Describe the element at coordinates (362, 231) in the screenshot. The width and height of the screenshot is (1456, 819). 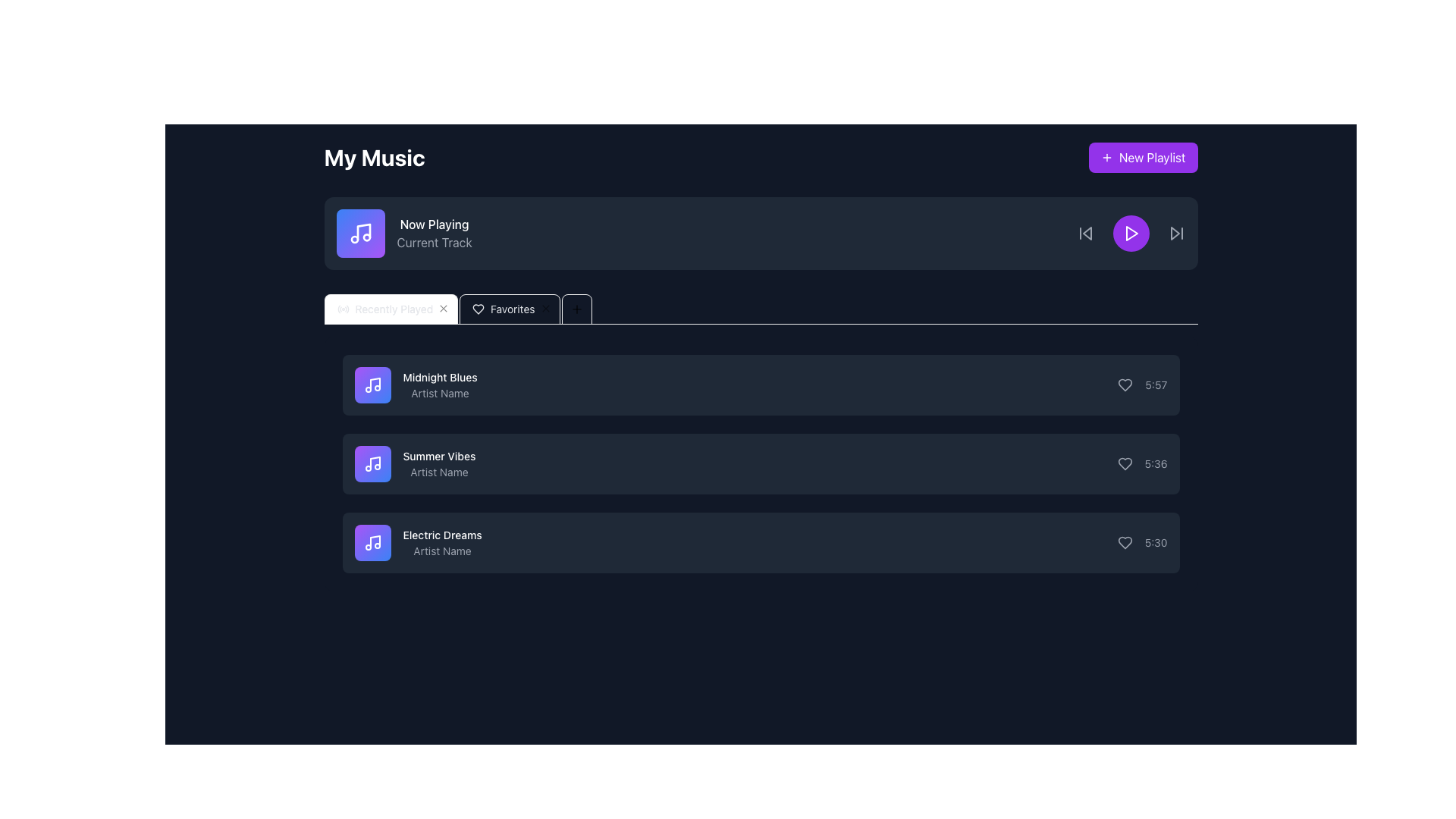
I see `the music note icon with a purple fill and white outline located in the 'Now Playing' section of the music-themed UI` at that location.